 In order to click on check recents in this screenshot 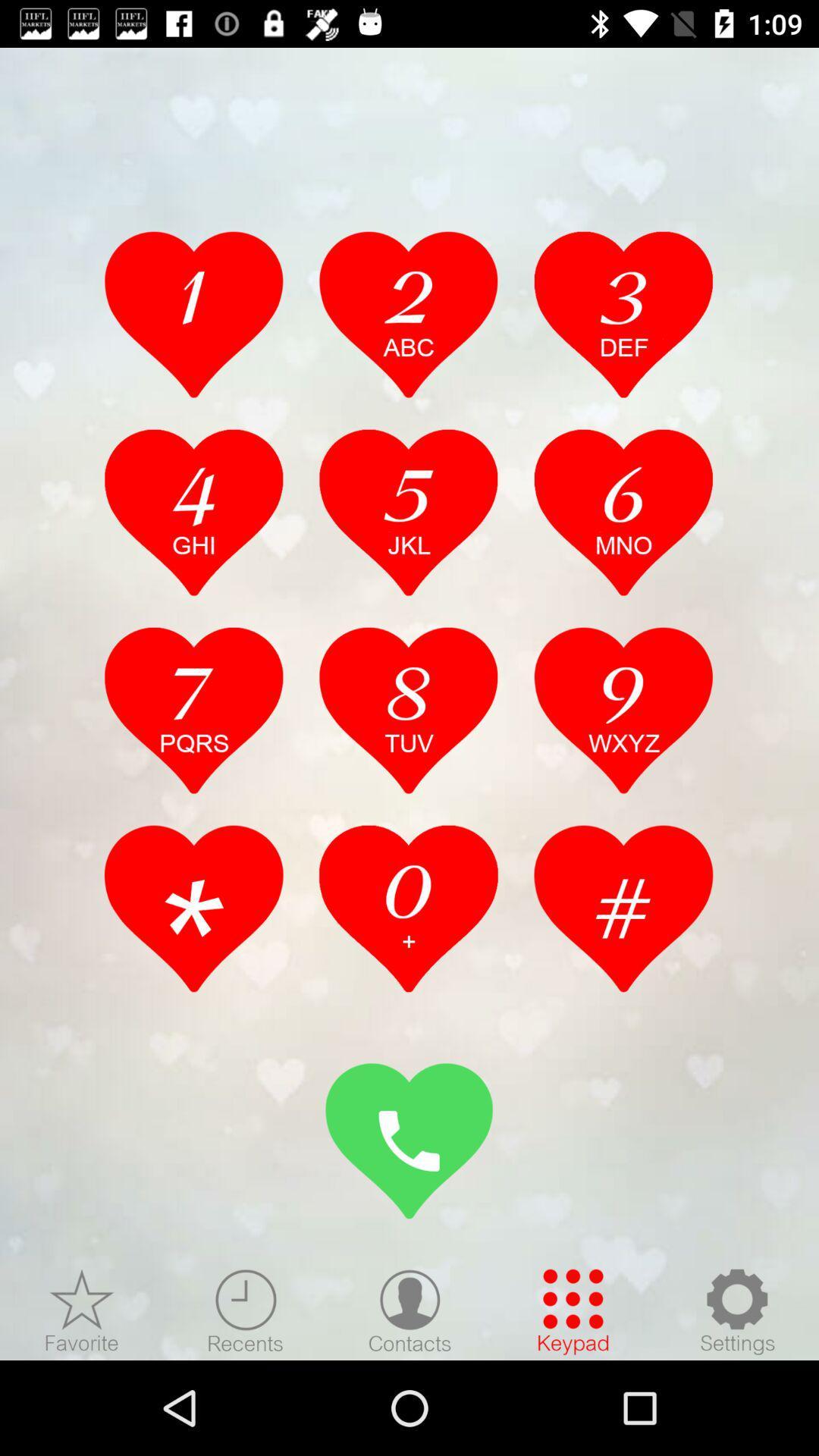, I will do `click(245, 1310)`.